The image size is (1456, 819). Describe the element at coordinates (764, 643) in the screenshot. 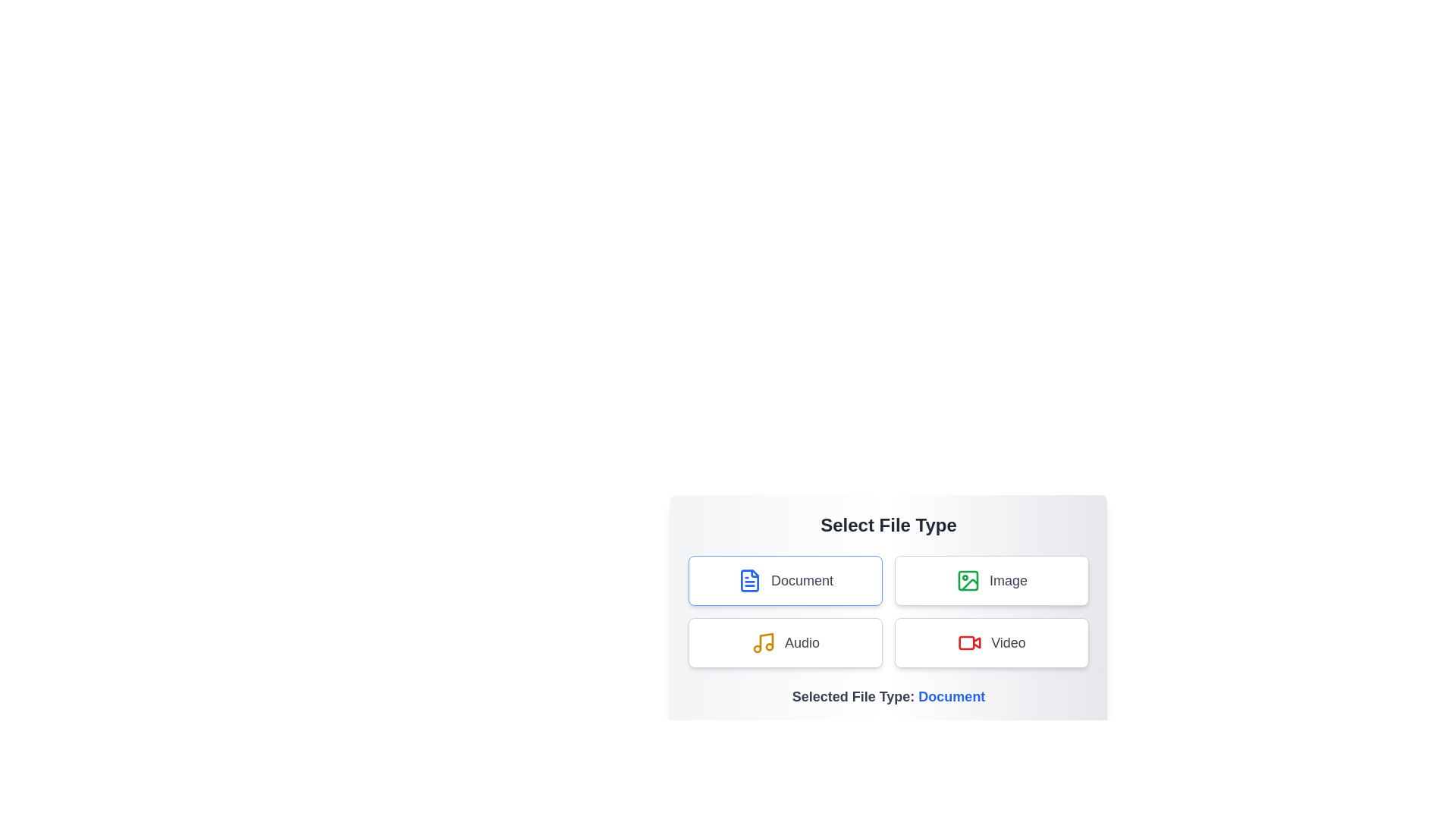

I see `the yellow-colored music note icon located in the 'Audio' option box, which is positioned prominently in the lower left part of the 2x2 grid of file type options` at that location.